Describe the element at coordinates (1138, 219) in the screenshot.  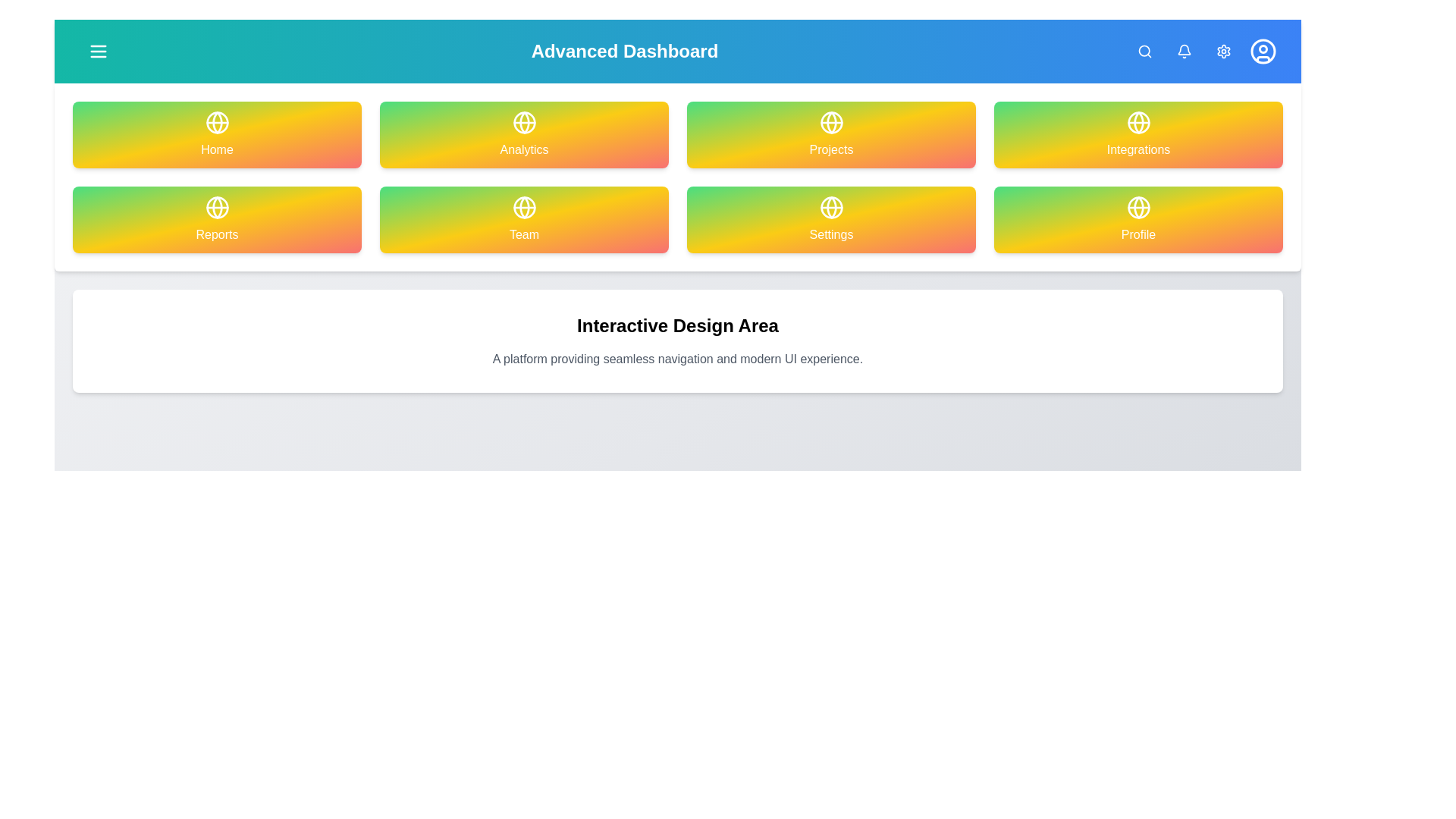
I see `the navigation item labeled Profile` at that location.